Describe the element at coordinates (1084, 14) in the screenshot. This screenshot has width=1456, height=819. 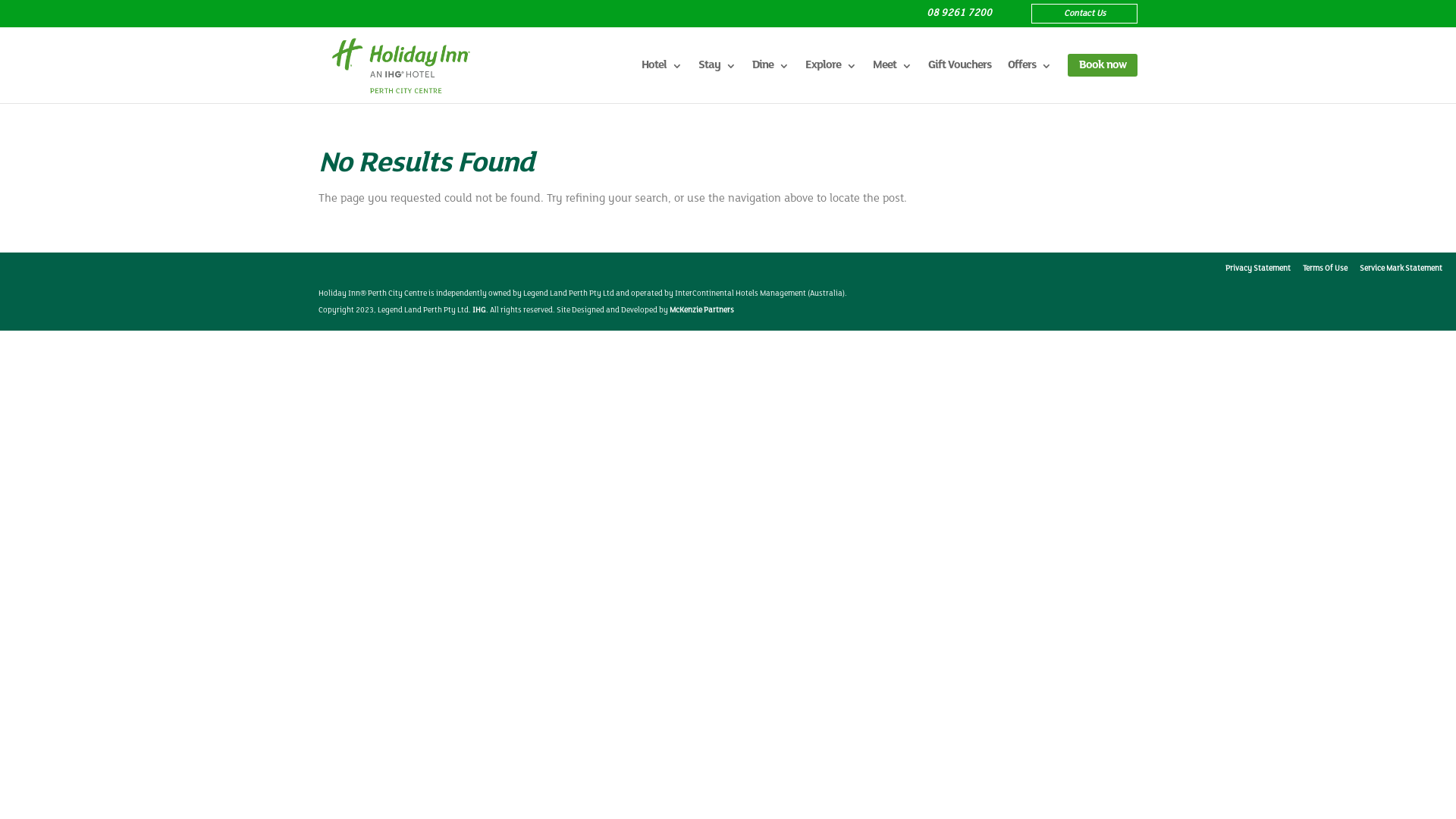
I see `'Contact Us'` at that location.